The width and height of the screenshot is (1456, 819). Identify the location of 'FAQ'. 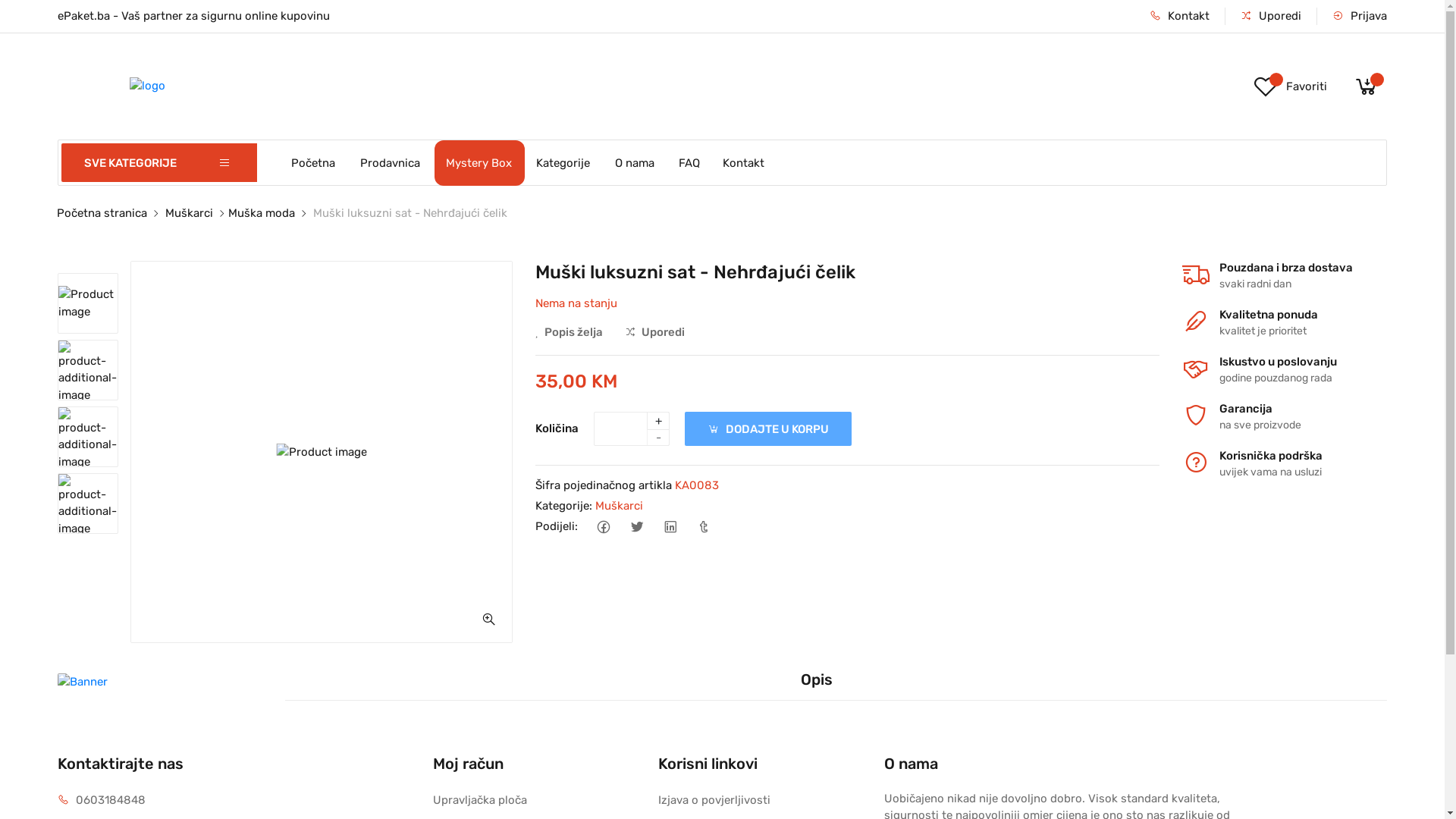
(667, 162).